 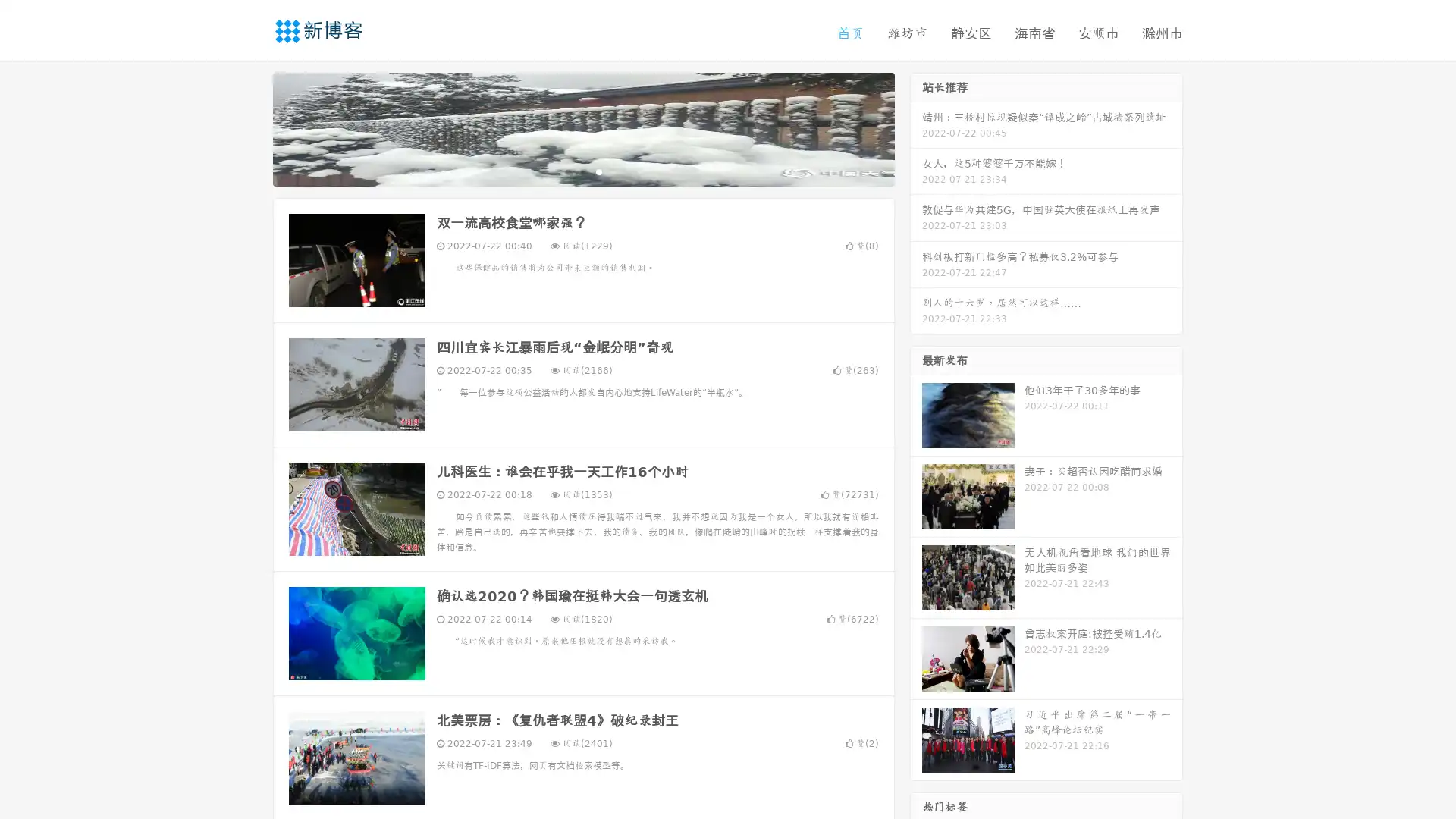 I want to click on Go to slide 2, so click(x=582, y=171).